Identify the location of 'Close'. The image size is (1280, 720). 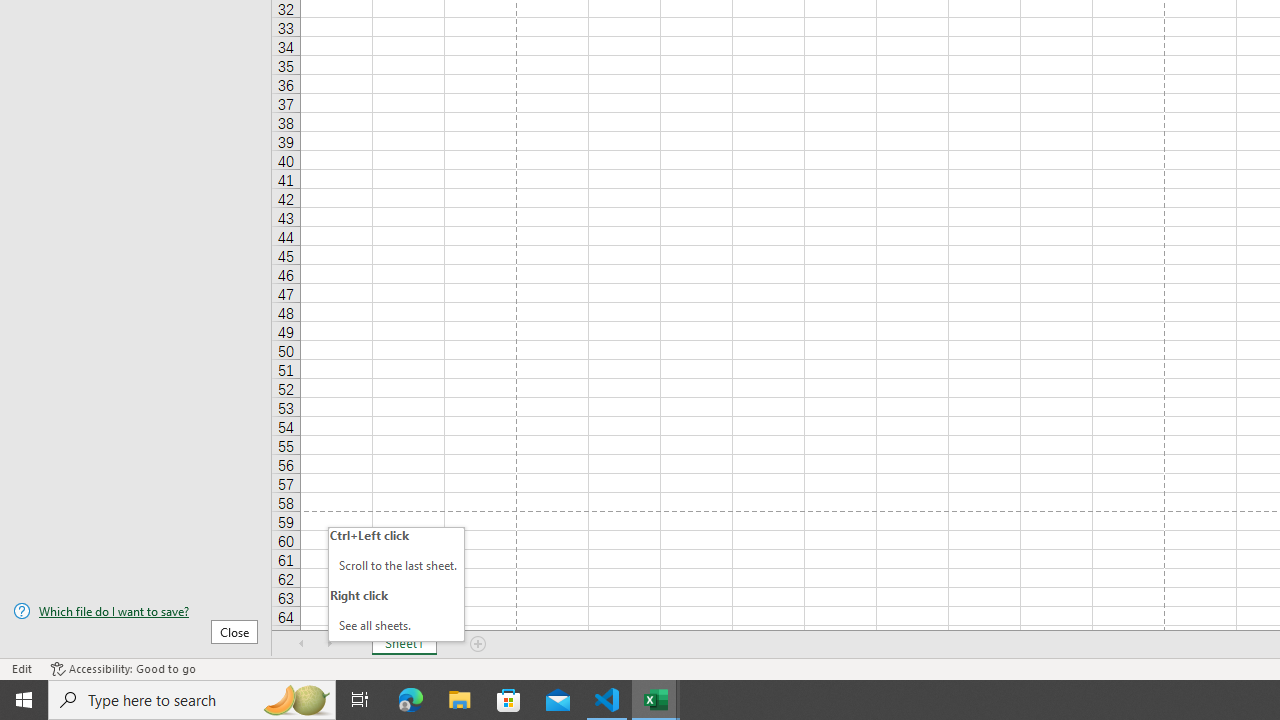
(234, 631).